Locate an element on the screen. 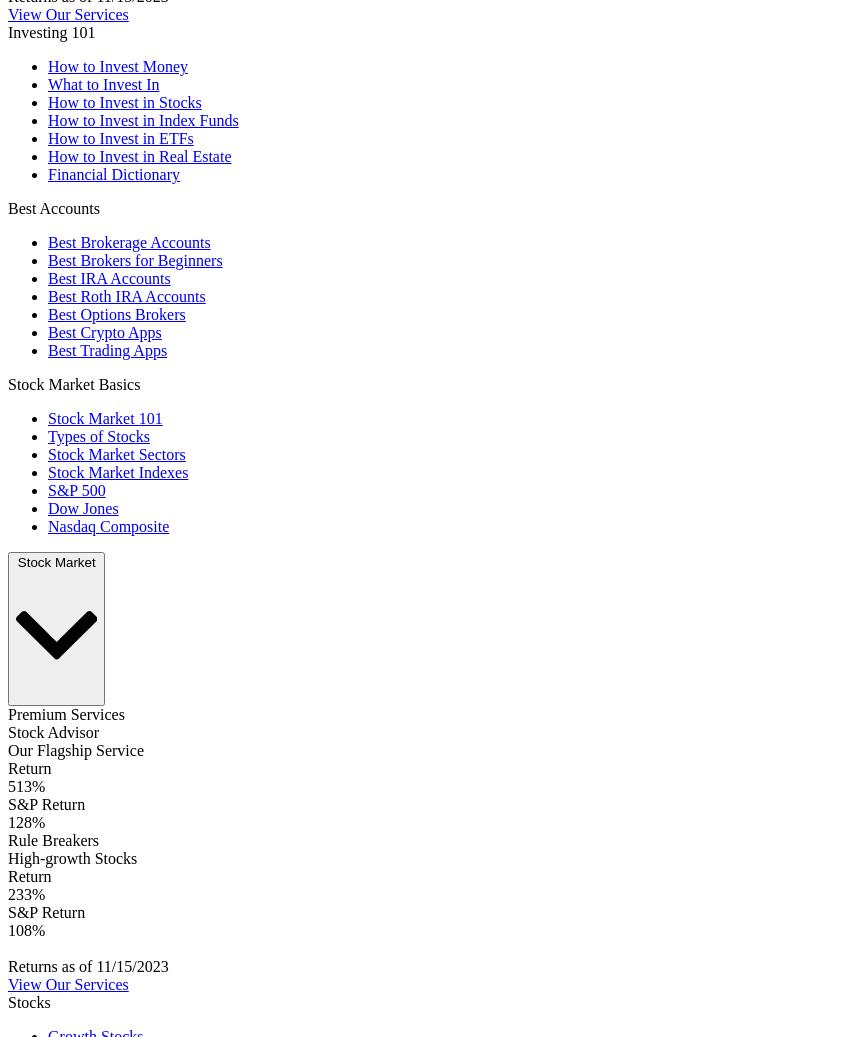 The height and width of the screenshot is (1037, 851). 'Stock Market Sectors' is located at coordinates (115, 453).